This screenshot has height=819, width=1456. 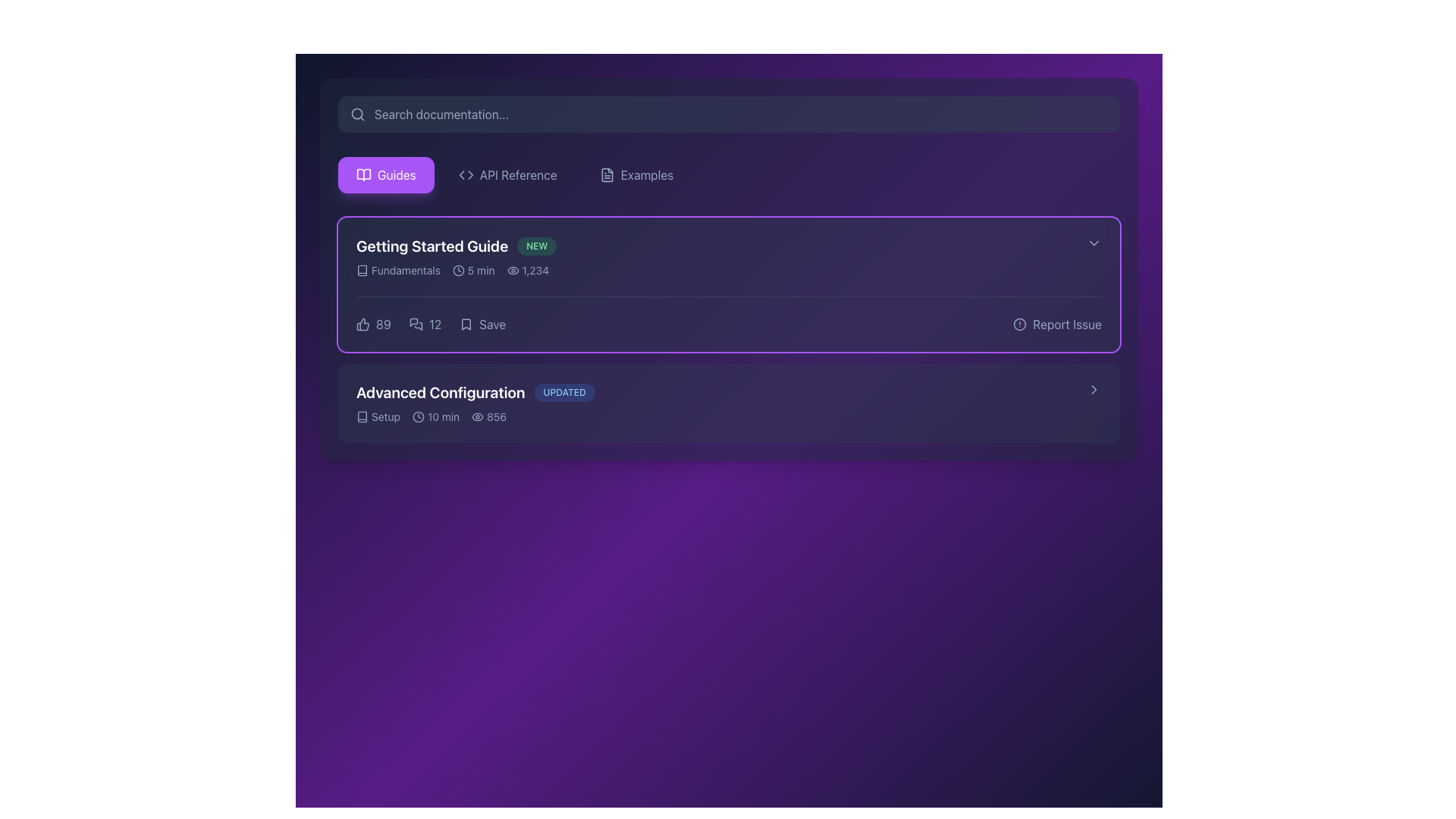 What do you see at coordinates (356, 113) in the screenshot?
I see `the search icon located on the left side of the search input field, which indicates the purpose of the adjacent input field for searching documentation` at bounding box center [356, 113].